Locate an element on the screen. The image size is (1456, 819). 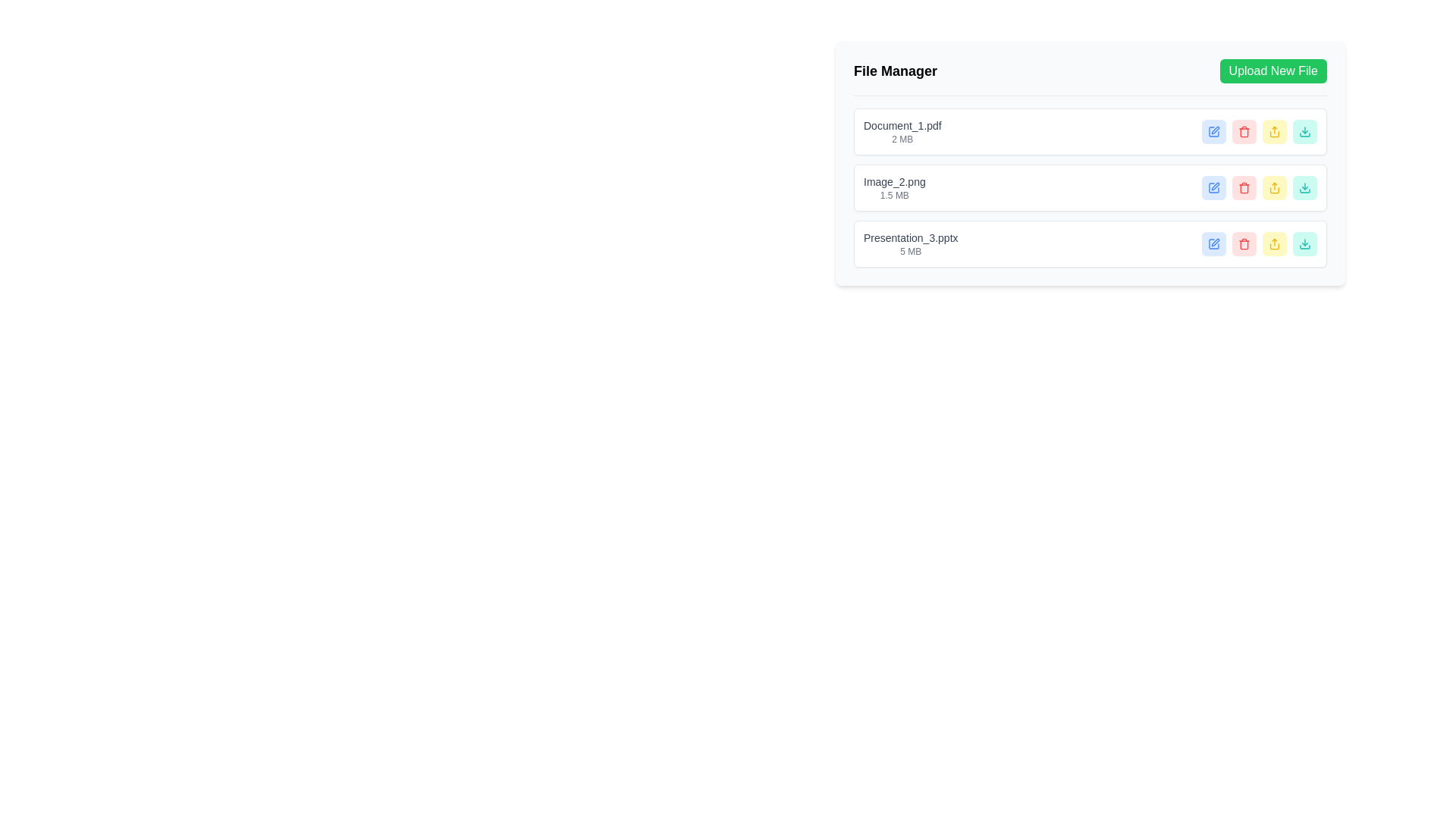
the small yellow button with an upward arrow icon in the top-right corner of the file manager interface to initiate the sharing action for the file 'Document_1.pdf' is located at coordinates (1274, 130).